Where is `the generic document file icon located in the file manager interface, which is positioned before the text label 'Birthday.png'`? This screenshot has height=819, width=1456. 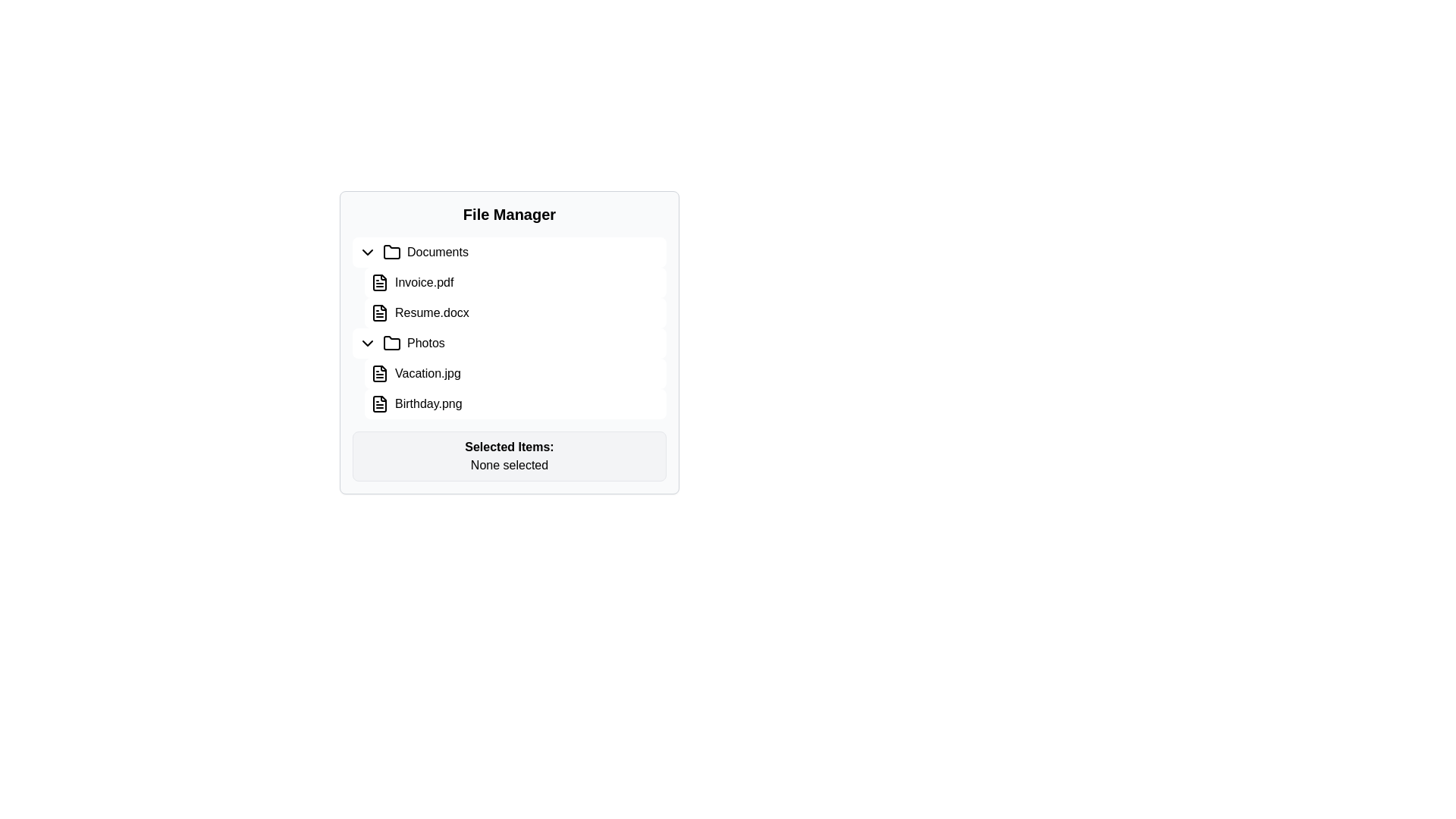 the generic document file icon located in the file manager interface, which is positioned before the text label 'Birthday.png' is located at coordinates (379, 403).